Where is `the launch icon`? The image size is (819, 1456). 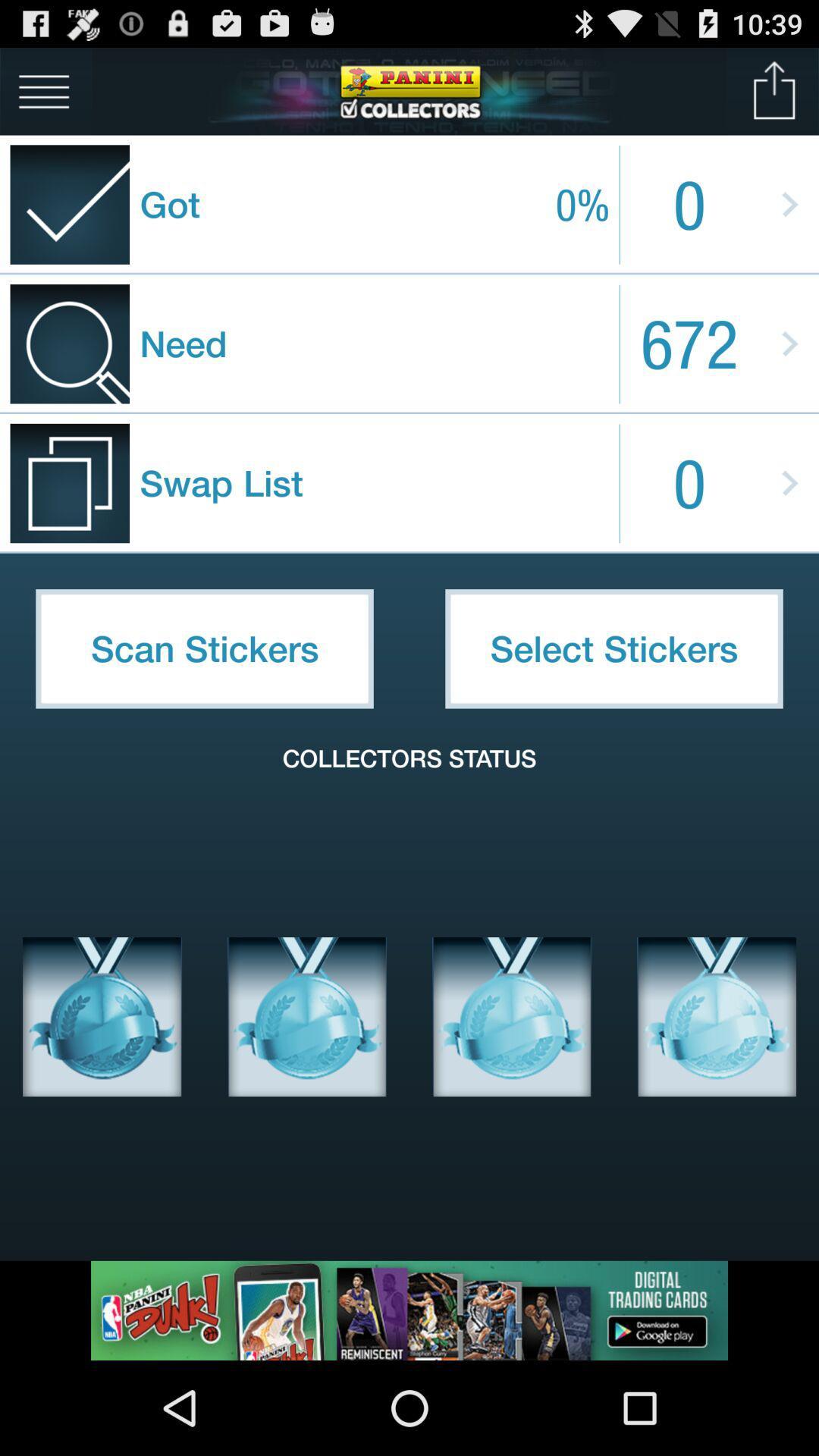
the launch icon is located at coordinates (774, 96).